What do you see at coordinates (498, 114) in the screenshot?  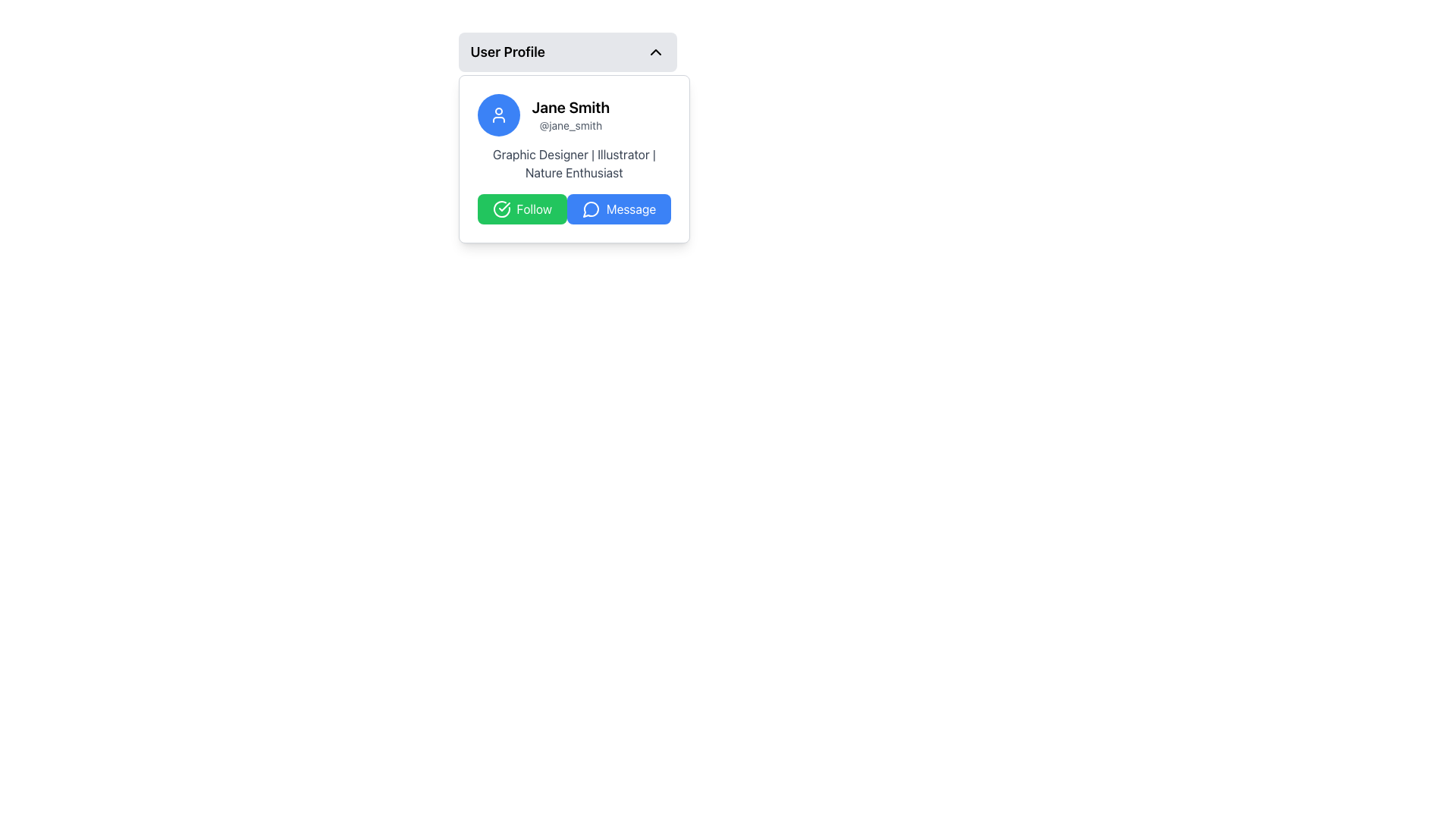 I see `the User Profile Icon, which is a circular blue button with a white user icon, located in the 'User Profile' section next to 'Jane Smith' and '@jane_smith'` at bounding box center [498, 114].